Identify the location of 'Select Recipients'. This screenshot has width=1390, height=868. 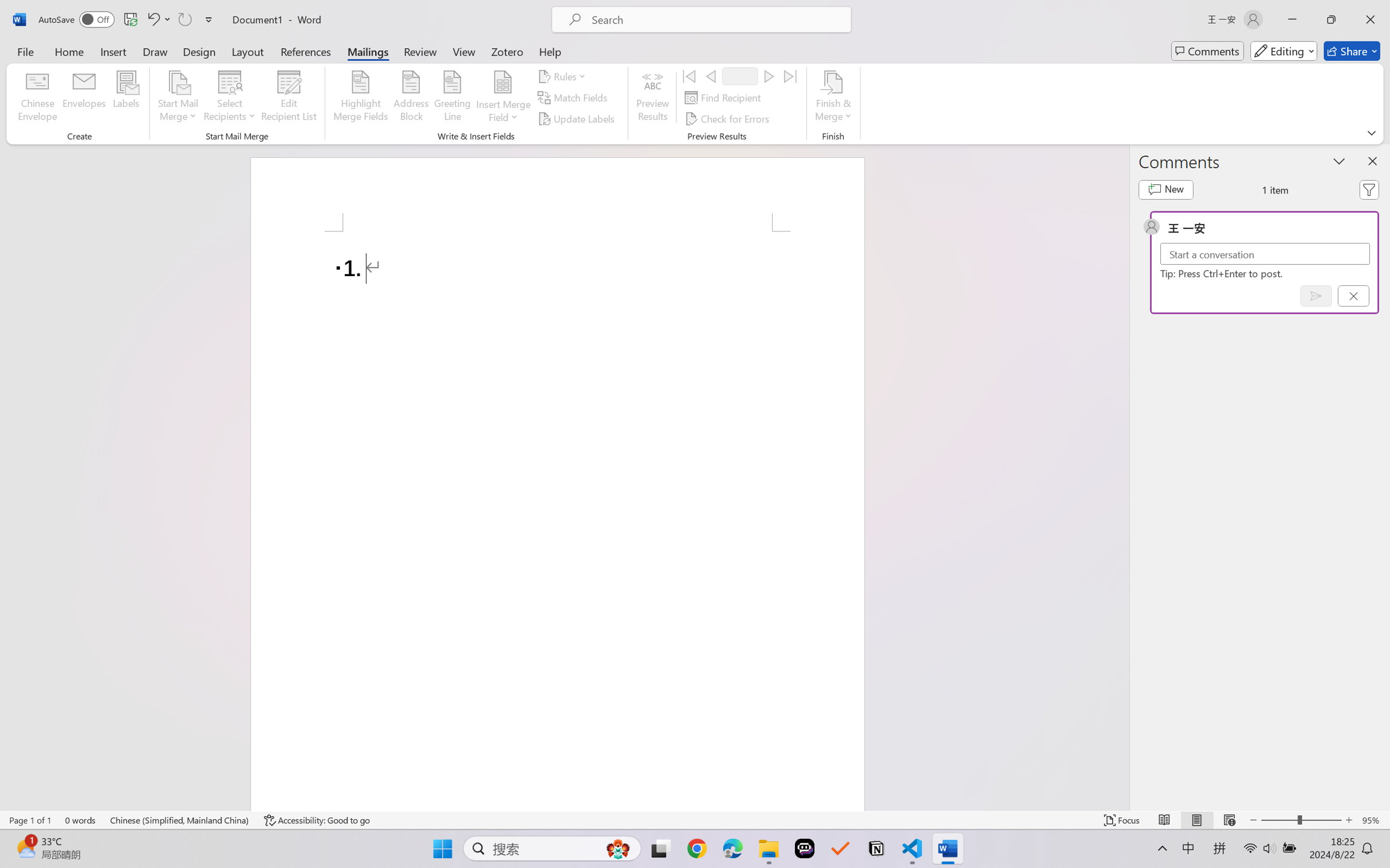
(229, 98).